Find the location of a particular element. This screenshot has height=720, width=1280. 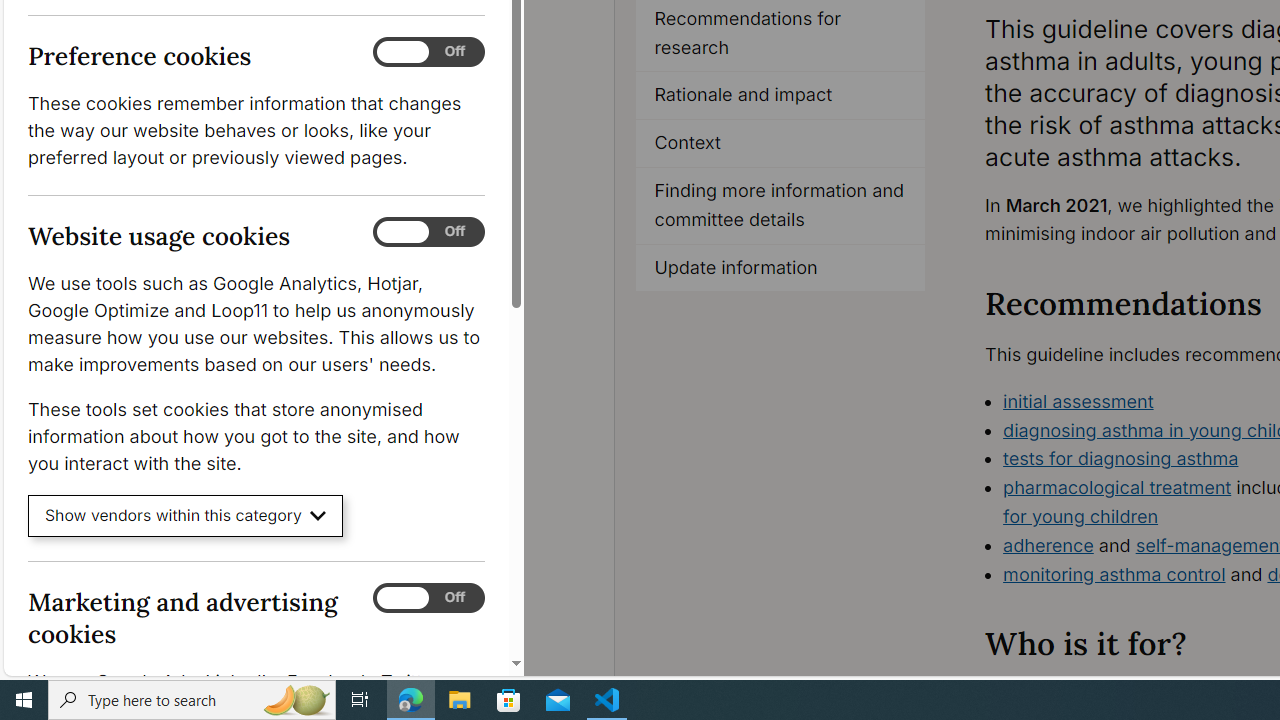

'Finding more information and committee details' is located at coordinates (779, 205).